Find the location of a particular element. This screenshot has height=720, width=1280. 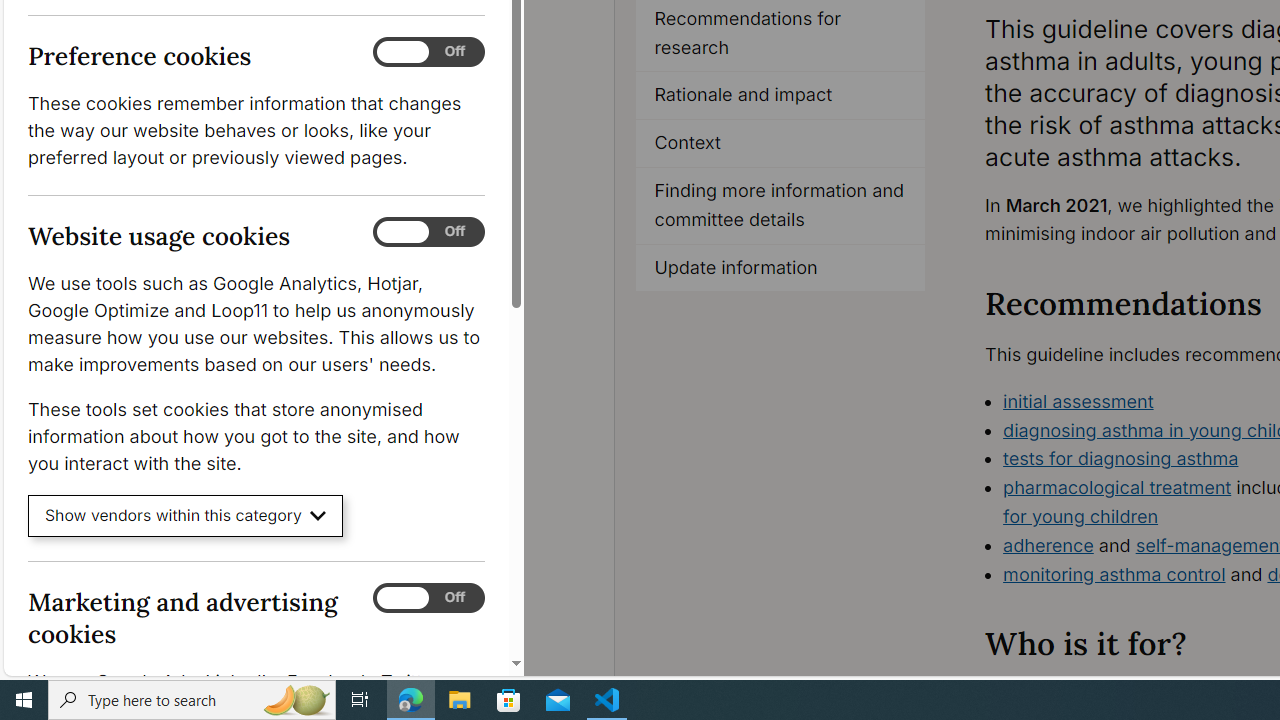

'Finding more information and committee details' is located at coordinates (779, 205).